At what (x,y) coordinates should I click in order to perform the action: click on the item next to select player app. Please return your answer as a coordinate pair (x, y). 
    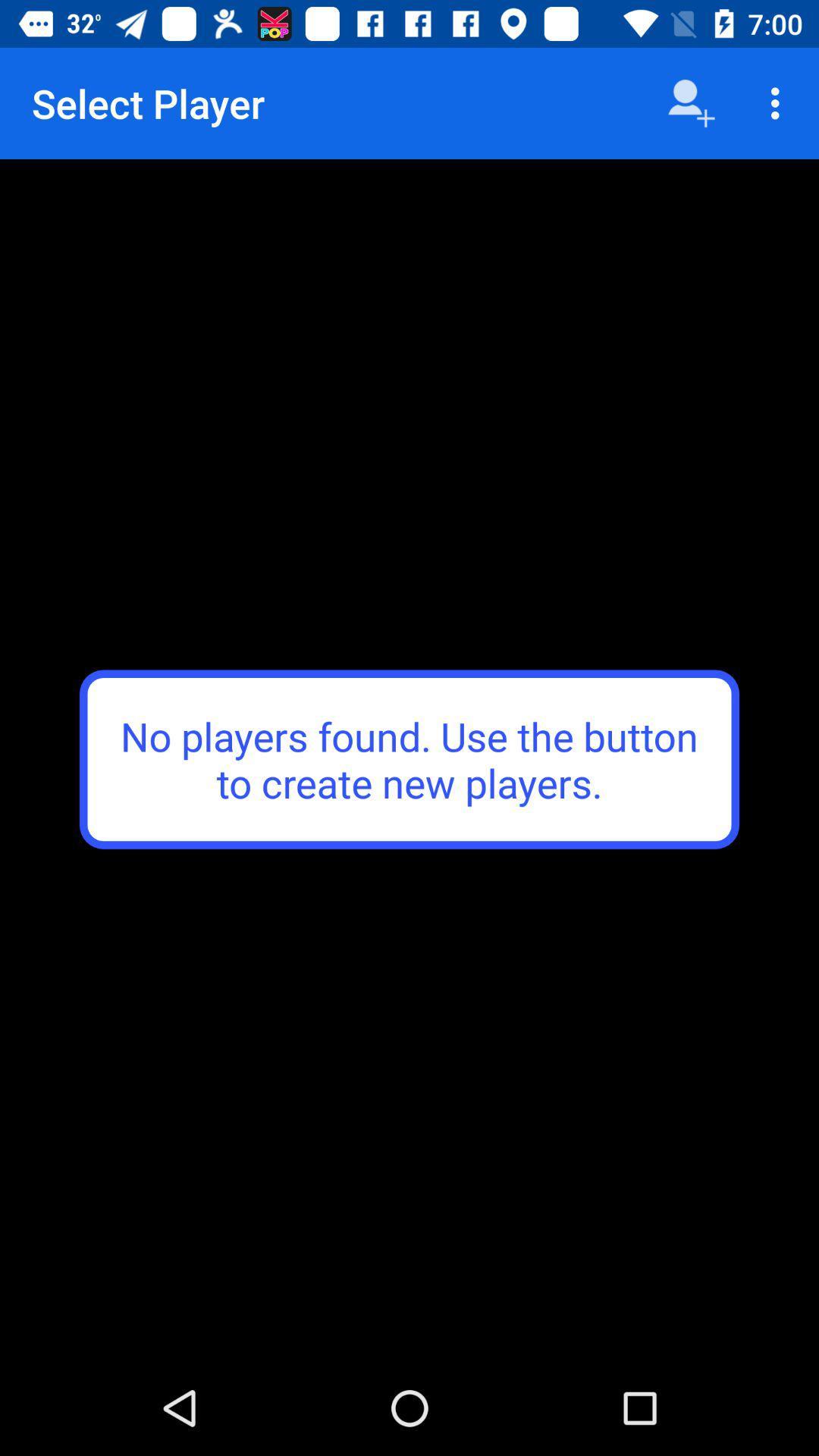
    Looking at the image, I should click on (691, 102).